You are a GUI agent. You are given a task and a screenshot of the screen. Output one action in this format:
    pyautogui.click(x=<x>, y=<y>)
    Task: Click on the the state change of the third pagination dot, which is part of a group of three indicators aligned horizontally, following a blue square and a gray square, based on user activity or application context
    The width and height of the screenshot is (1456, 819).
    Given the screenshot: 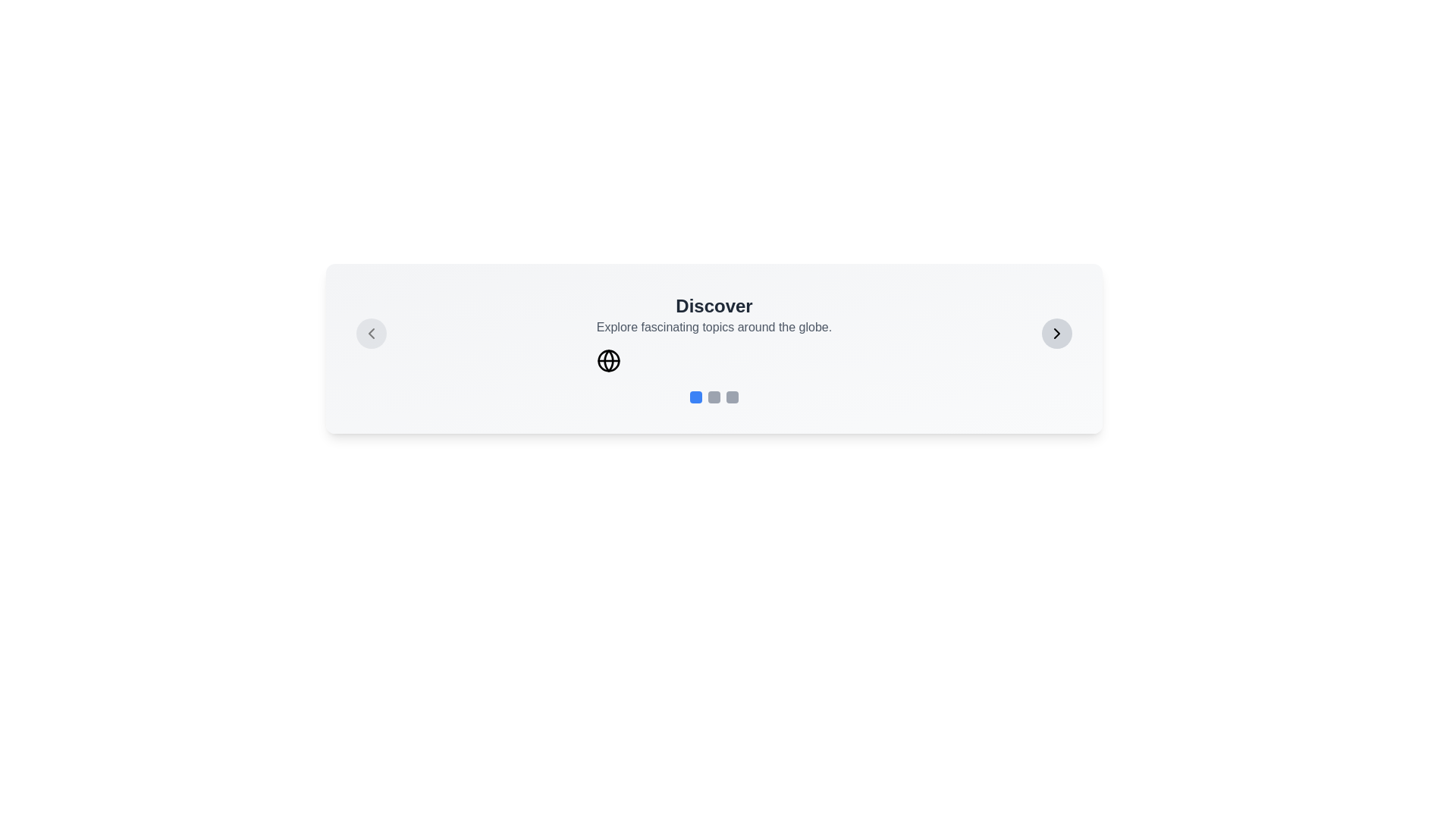 What is the action you would take?
    pyautogui.click(x=732, y=397)
    